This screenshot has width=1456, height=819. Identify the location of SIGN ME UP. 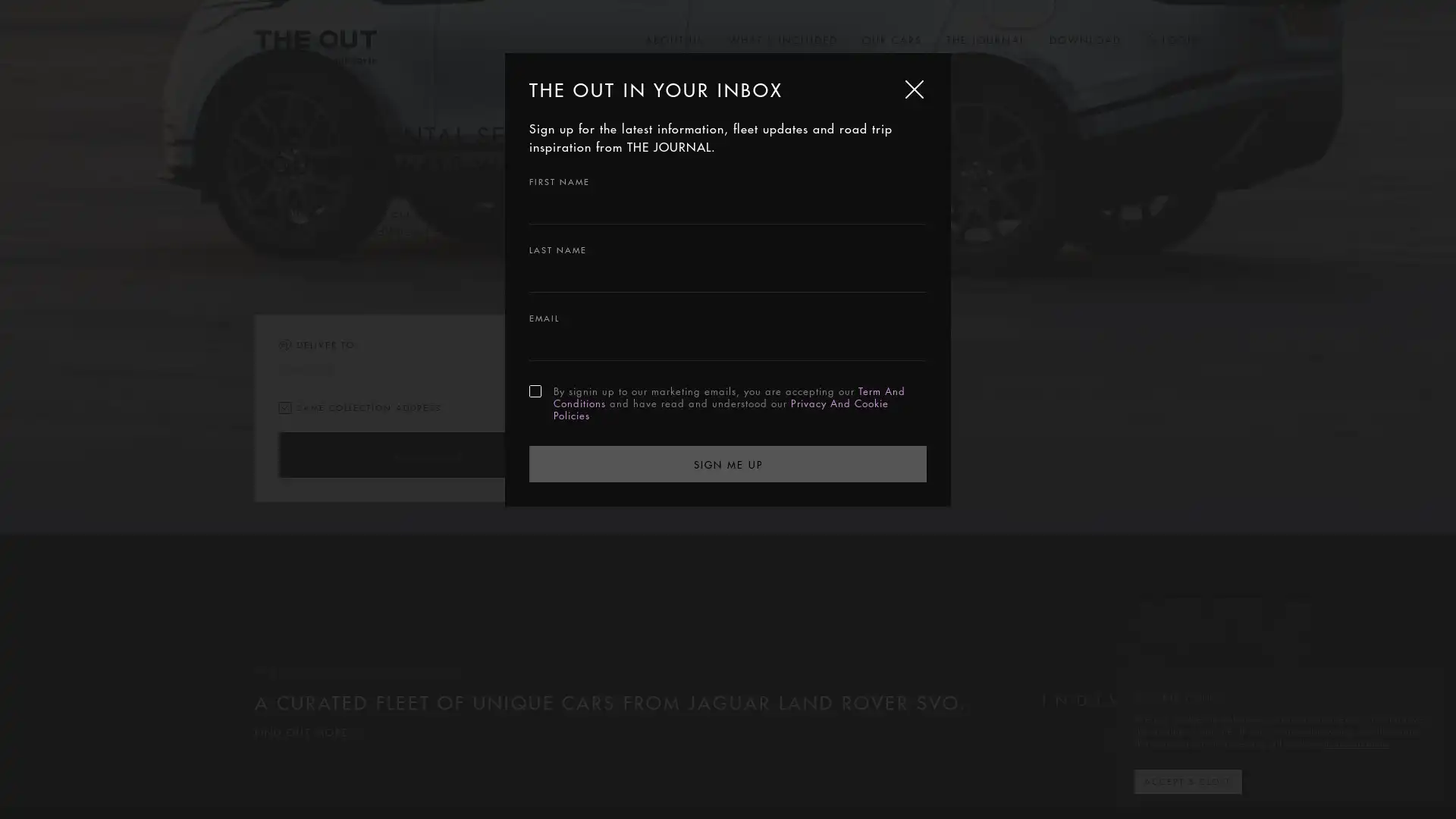
(728, 462).